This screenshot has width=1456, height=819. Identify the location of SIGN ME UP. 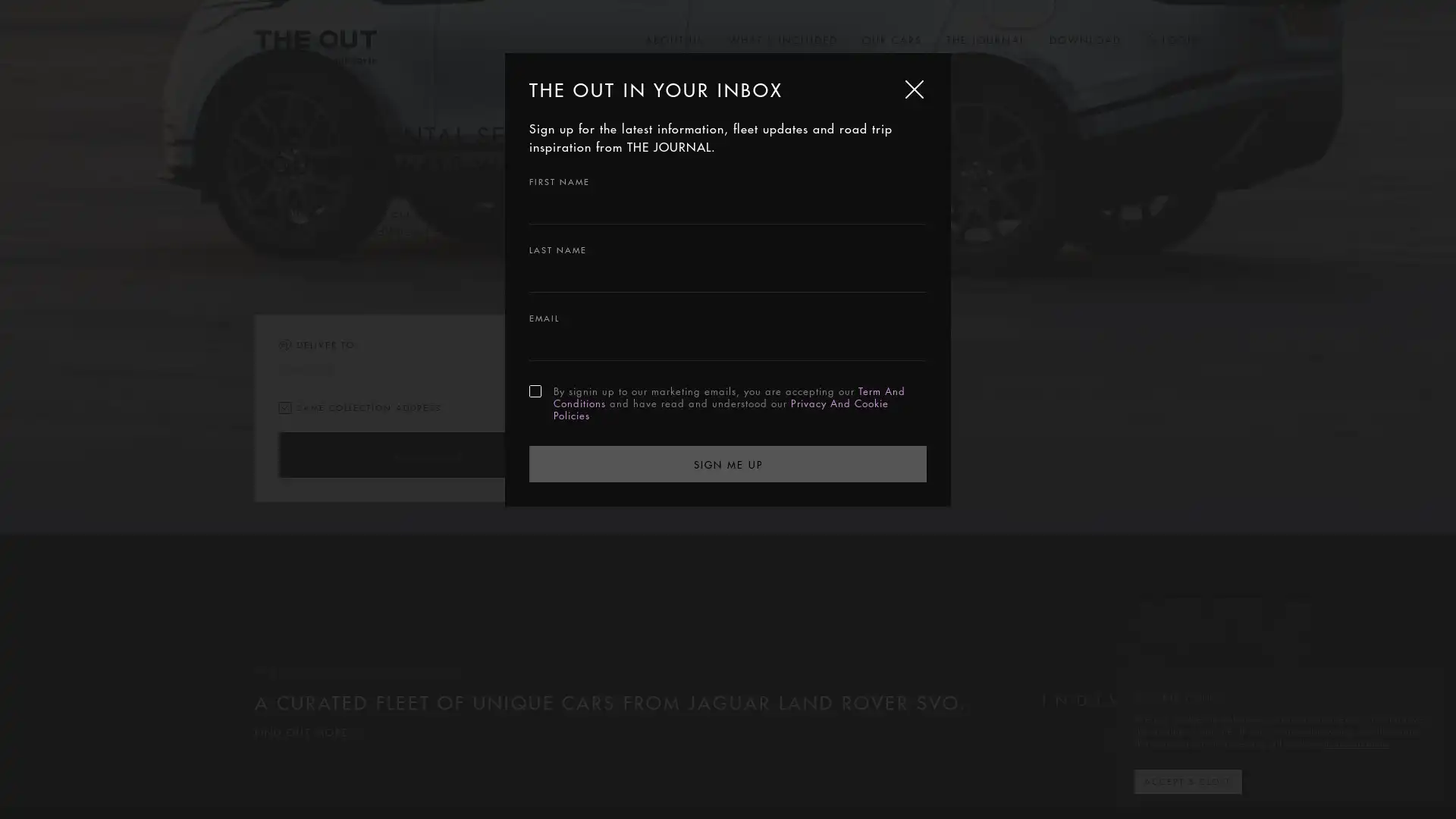
(728, 462).